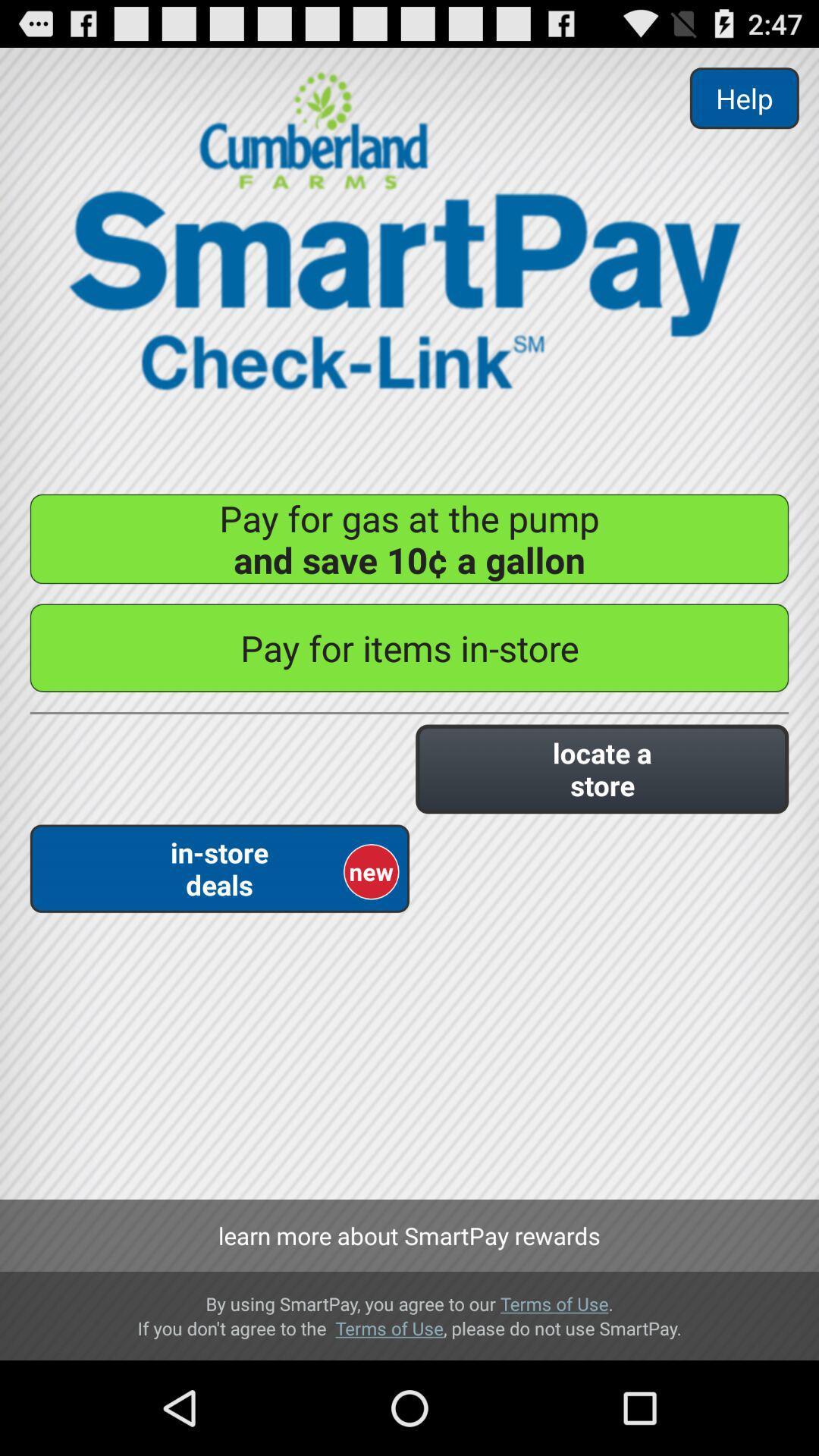 This screenshot has height=1456, width=819. Describe the element at coordinates (601, 769) in the screenshot. I see `the locate a` at that location.